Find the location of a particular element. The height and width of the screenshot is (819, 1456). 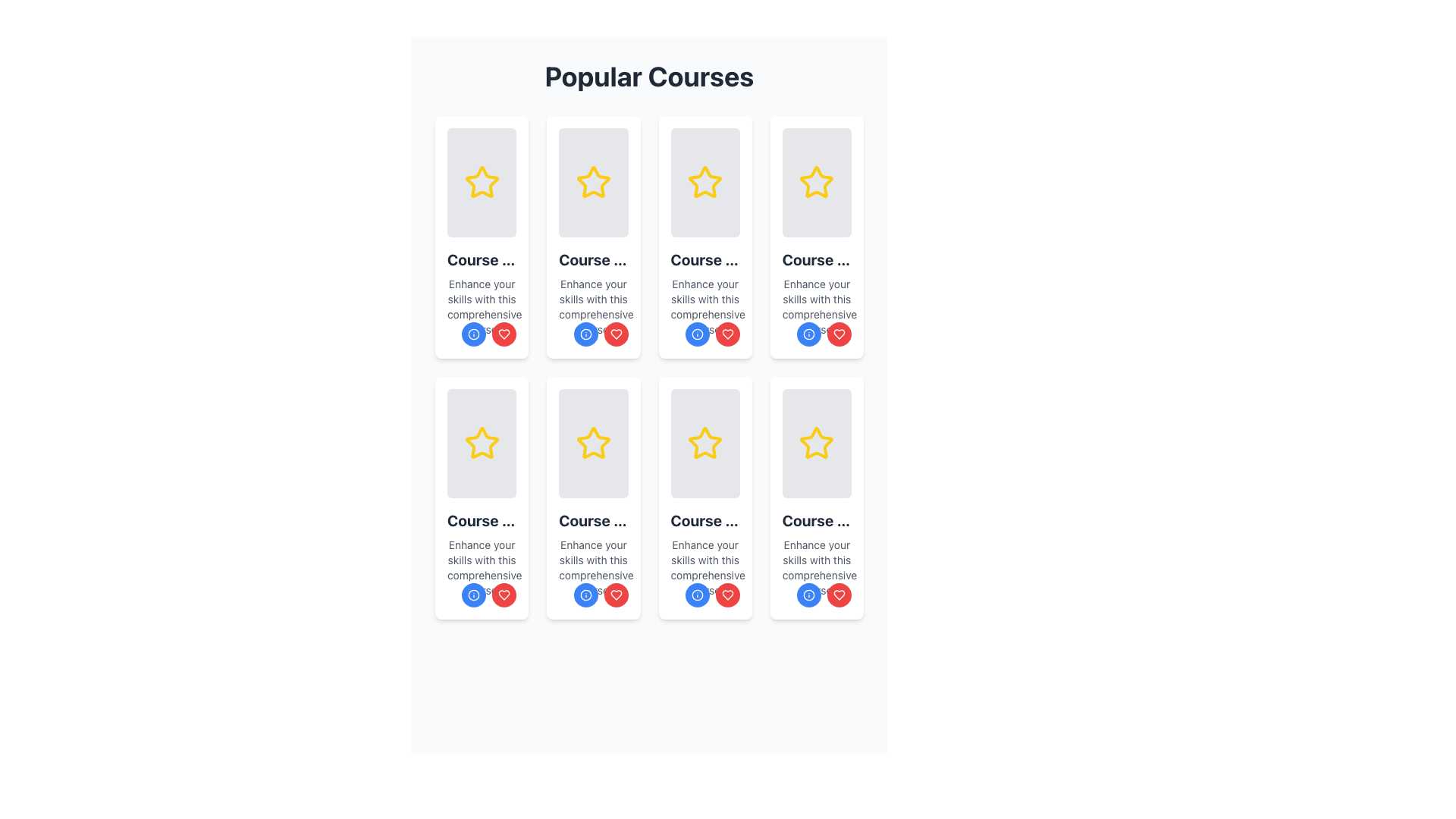

supporting description text element that states 'Enhance your skills with this comprehensive course.' located beneath the title 'Course Title 7' in the card component is located at coordinates (704, 567).